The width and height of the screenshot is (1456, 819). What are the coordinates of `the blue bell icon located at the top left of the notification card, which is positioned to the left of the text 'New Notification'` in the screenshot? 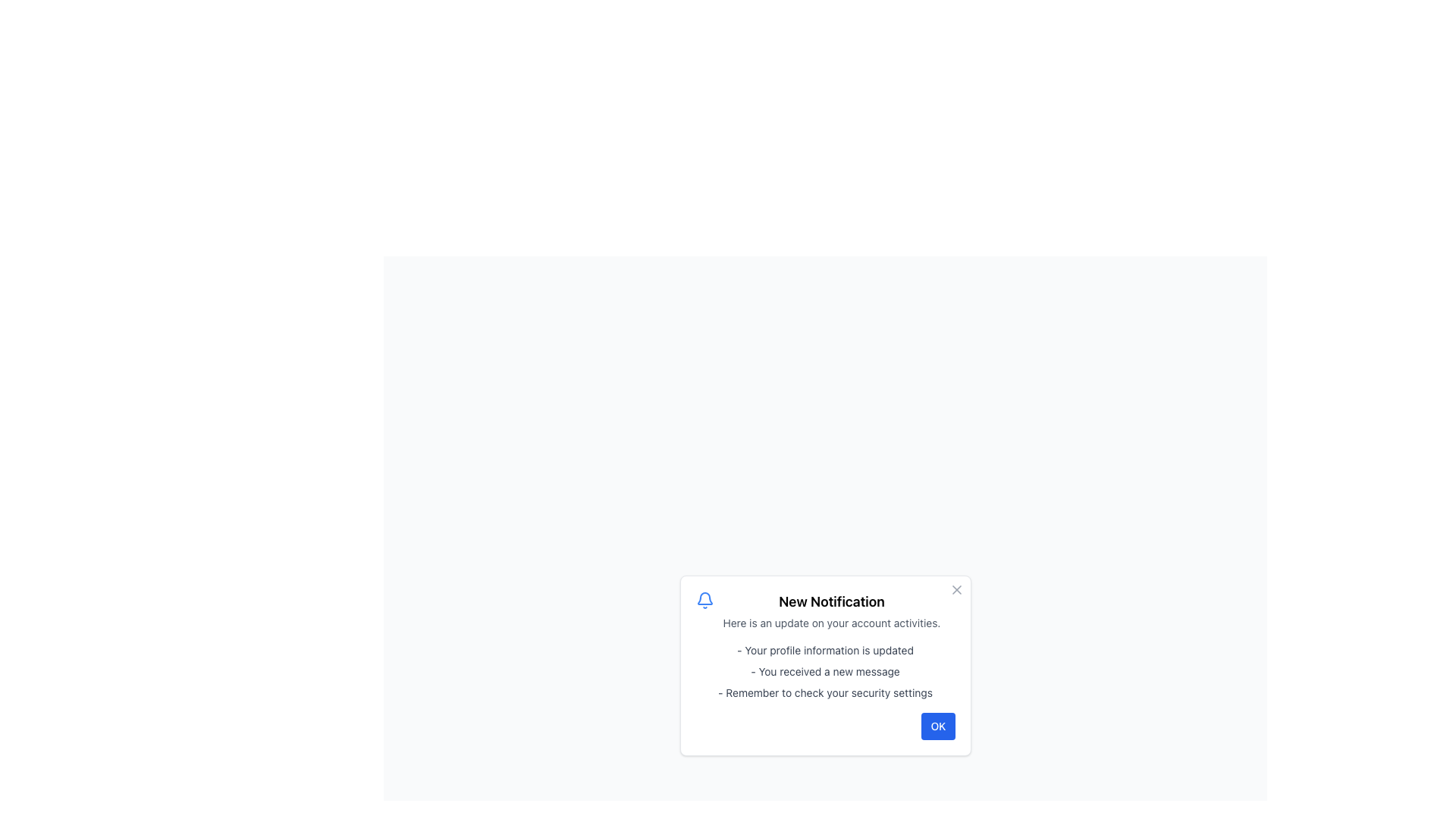 It's located at (704, 599).